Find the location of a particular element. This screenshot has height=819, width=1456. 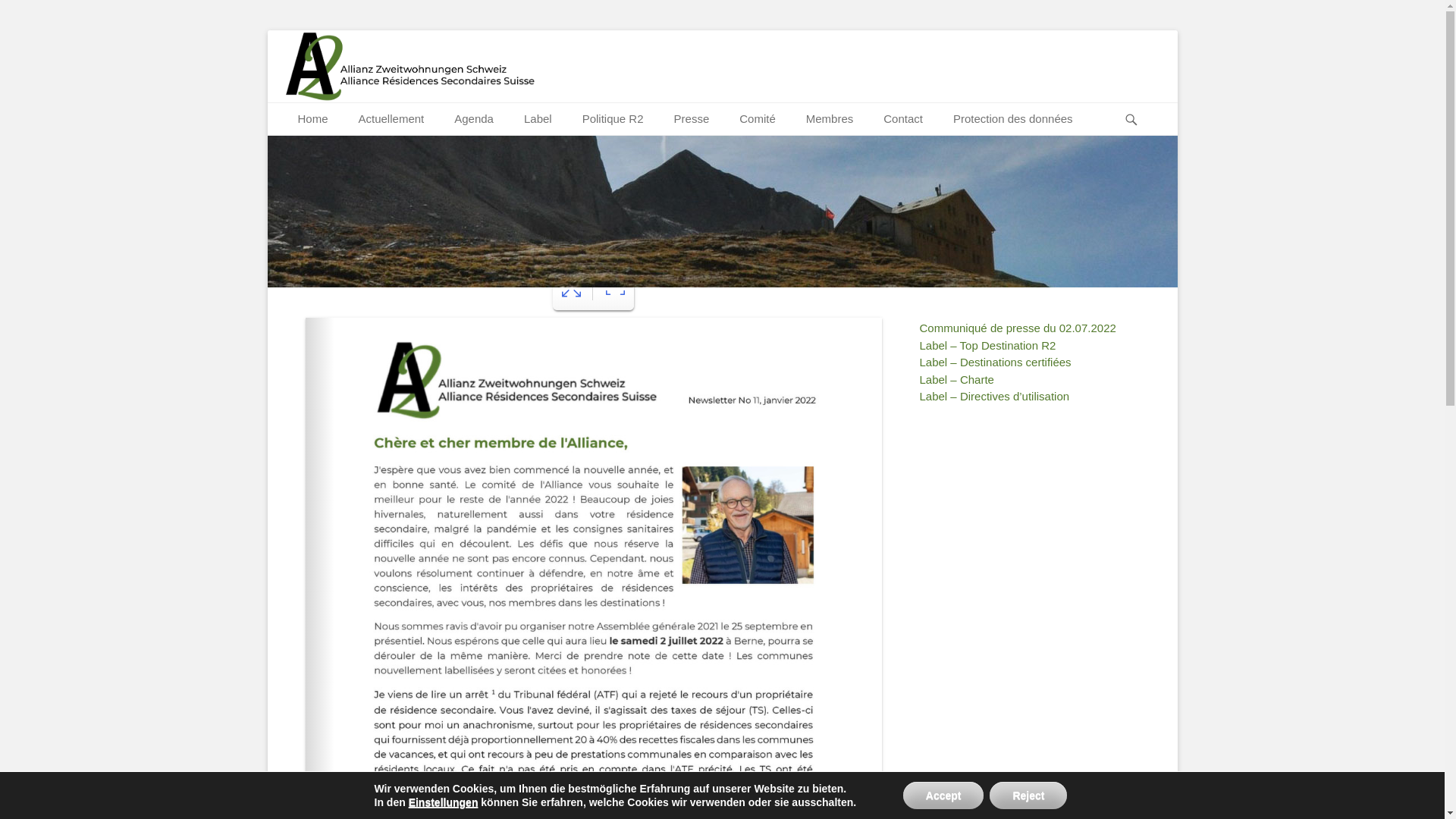

'Einstellungen' is located at coordinates (443, 801).